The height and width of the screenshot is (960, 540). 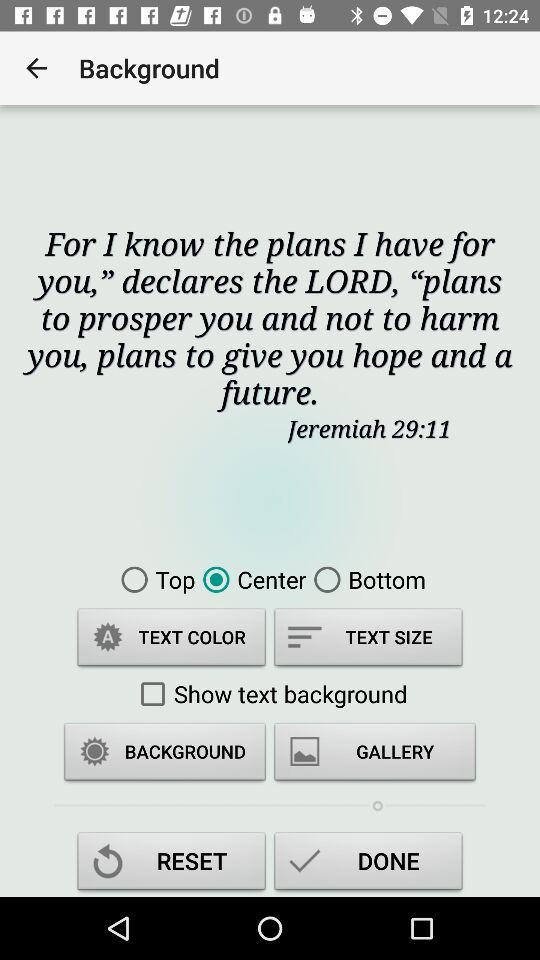 I want to click on the item to the right of reset item, so click(x=367, y=863).